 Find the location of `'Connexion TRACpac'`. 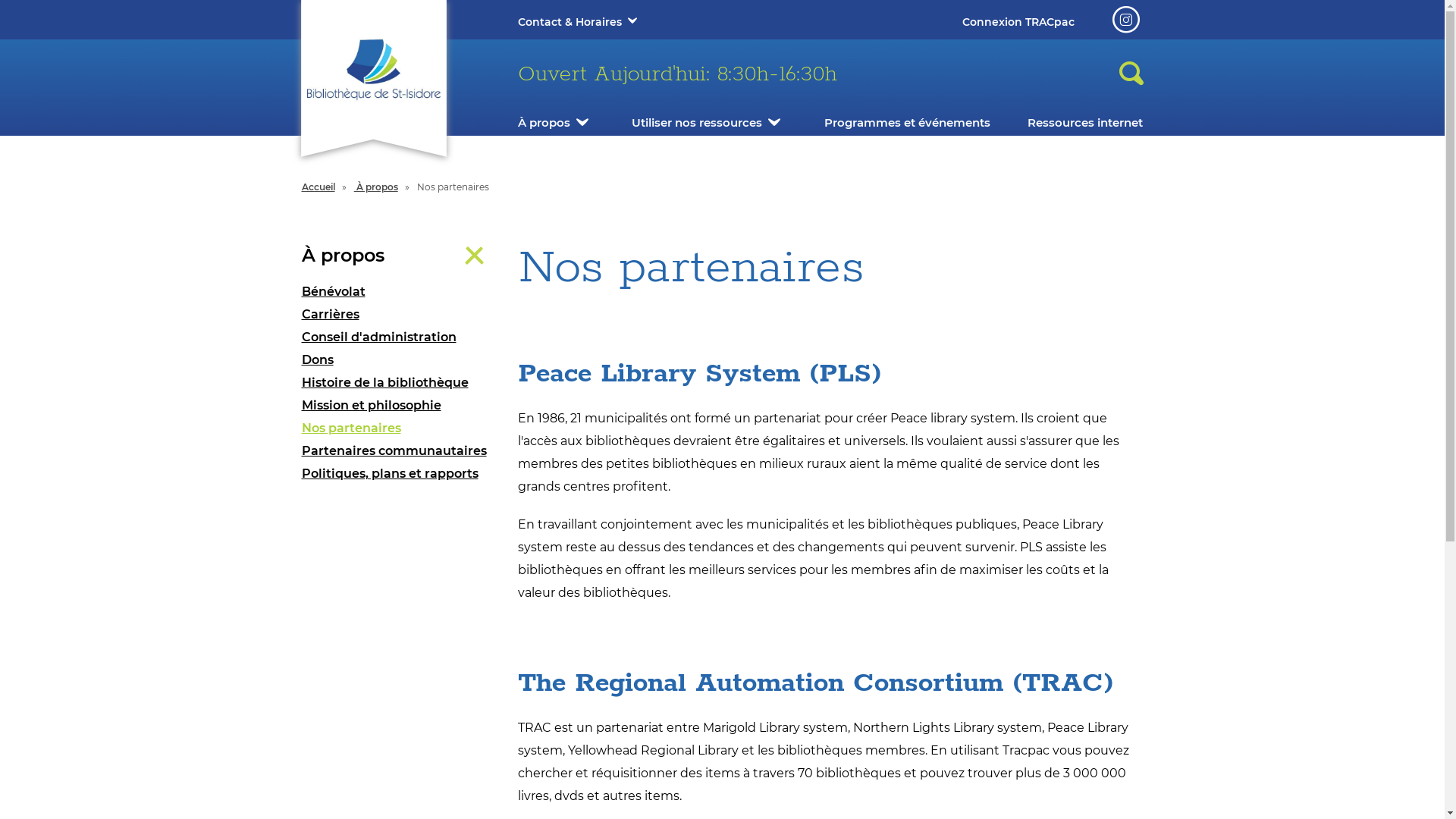

'Connexion TRACpac' is located at coordinates (1018, 22).